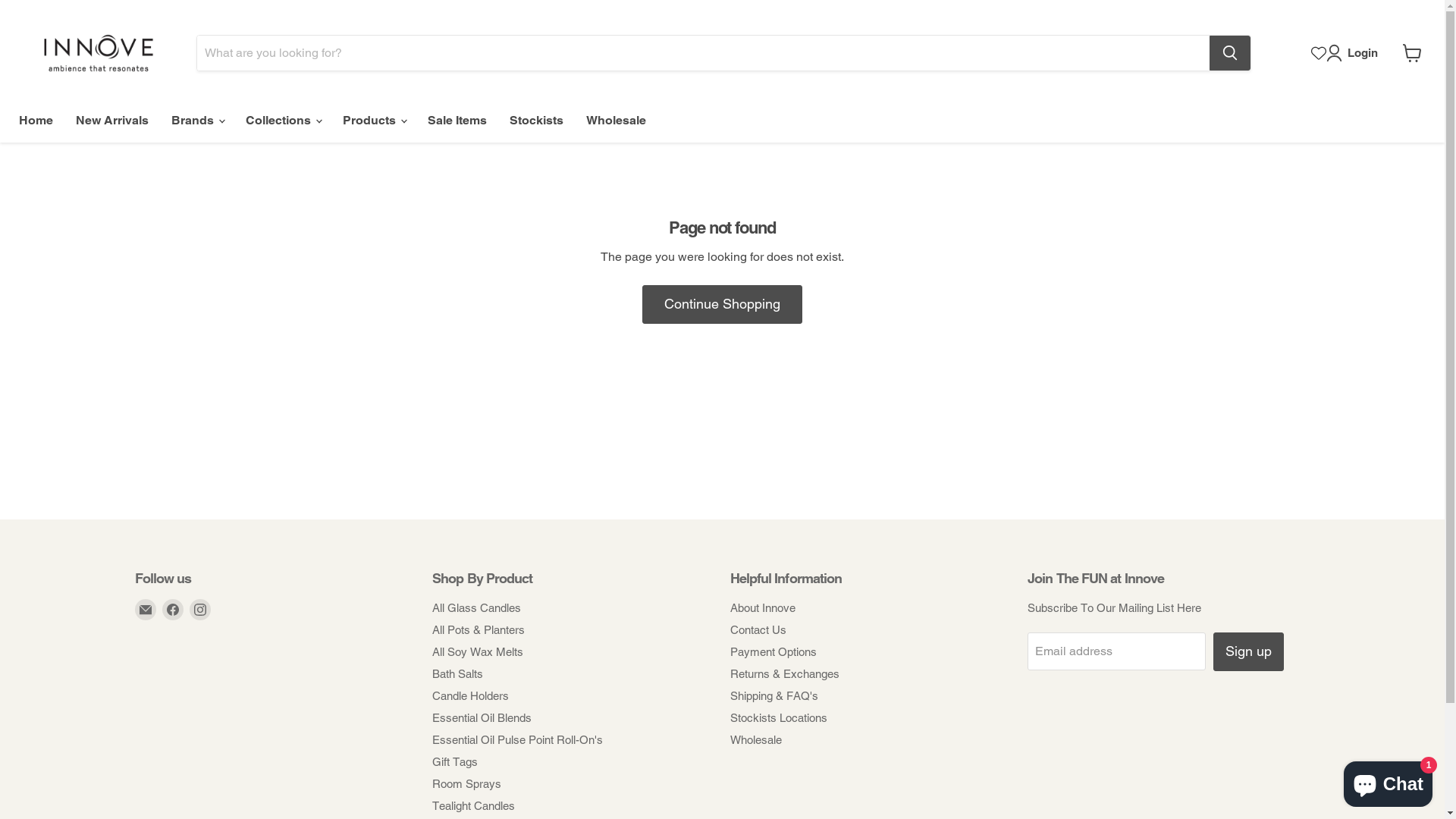 The height and width of the screenshot is (819, 1456). Describe the element at coordinates (1248, 651) in the screenshot. I see `'Sign up'` at that location.